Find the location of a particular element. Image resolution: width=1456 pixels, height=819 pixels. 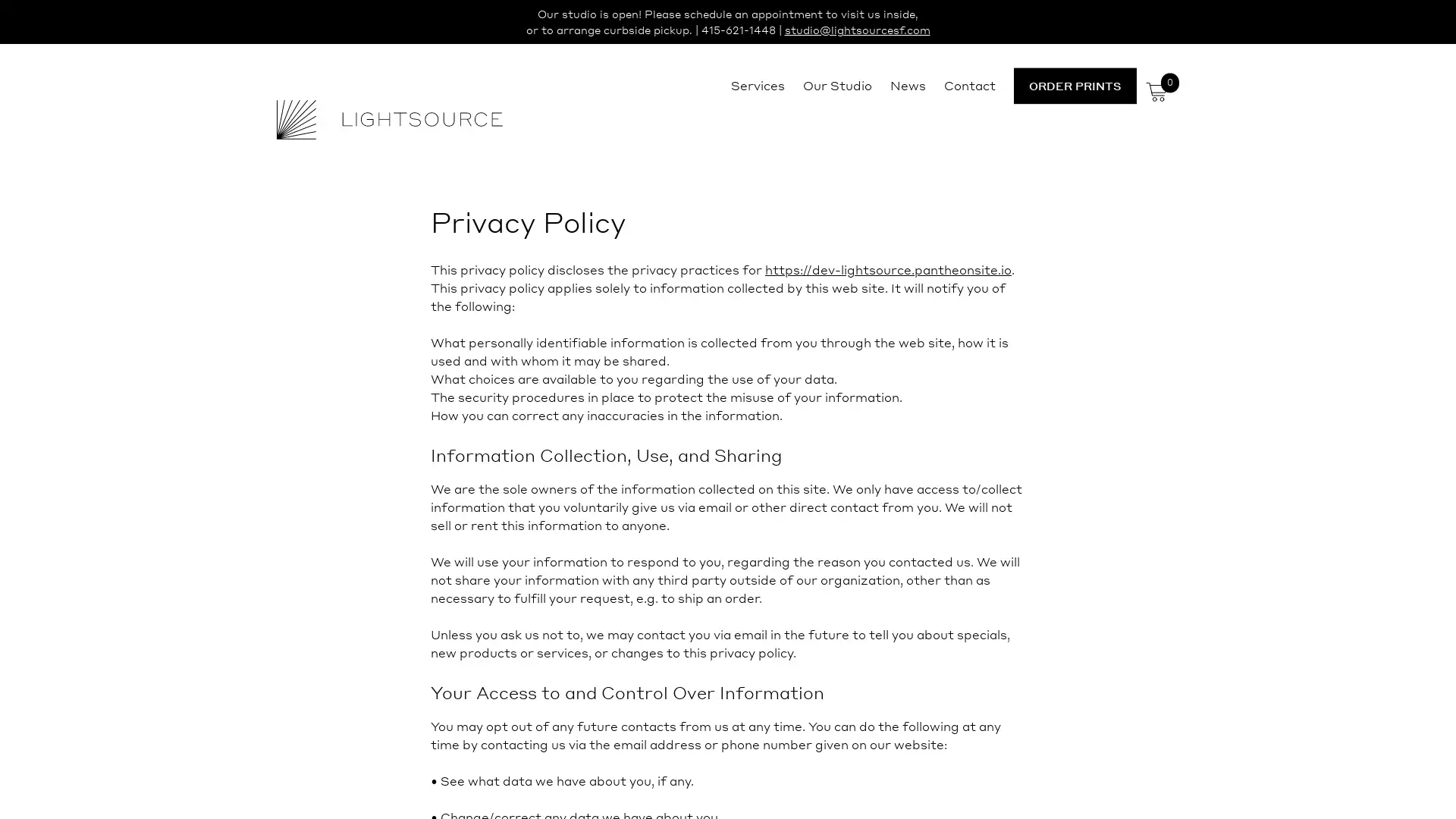

Sign up is located at coordinates (870, 528).